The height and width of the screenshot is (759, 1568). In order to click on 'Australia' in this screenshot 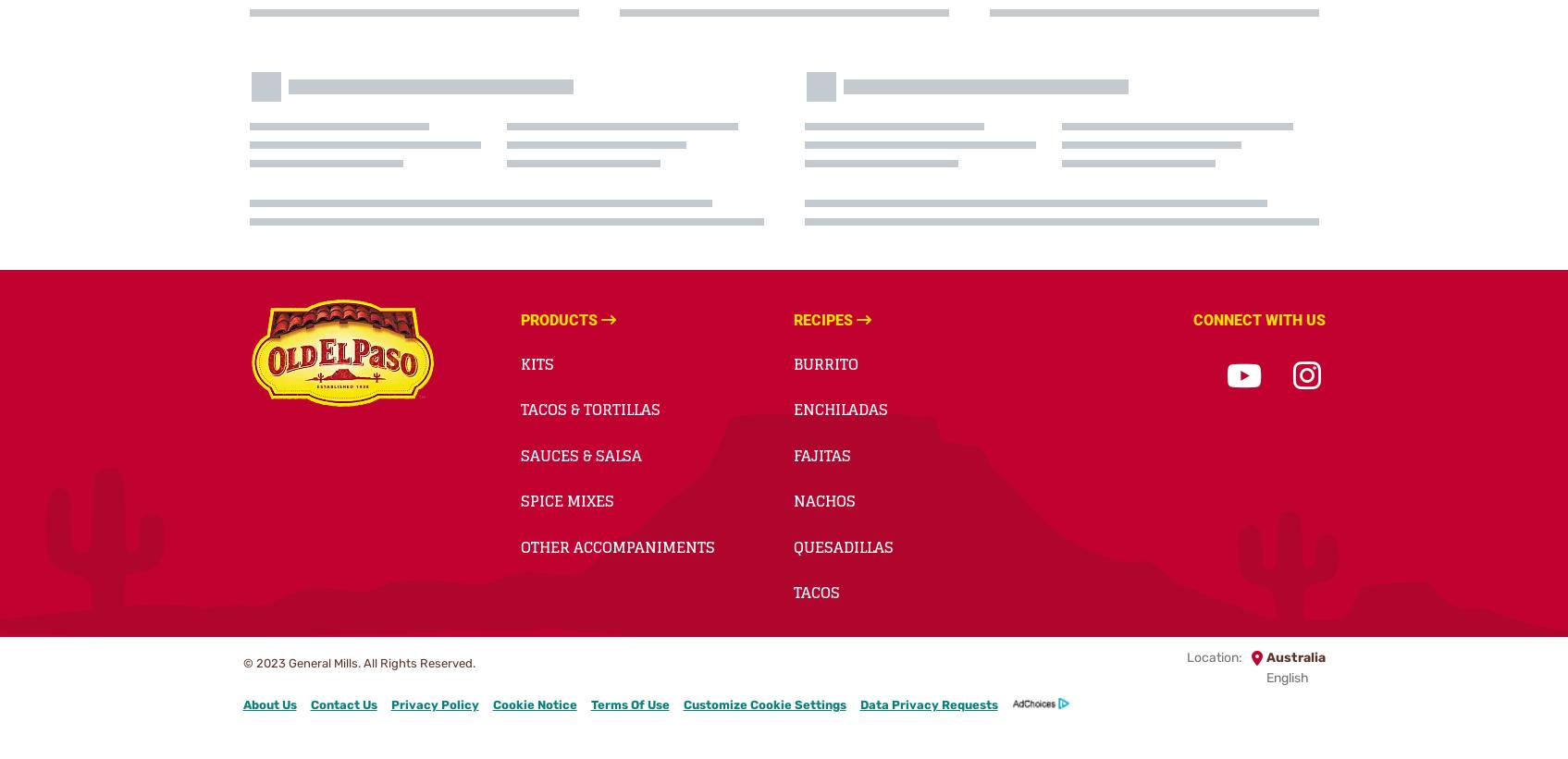, I will do `click(1266, 656)`.